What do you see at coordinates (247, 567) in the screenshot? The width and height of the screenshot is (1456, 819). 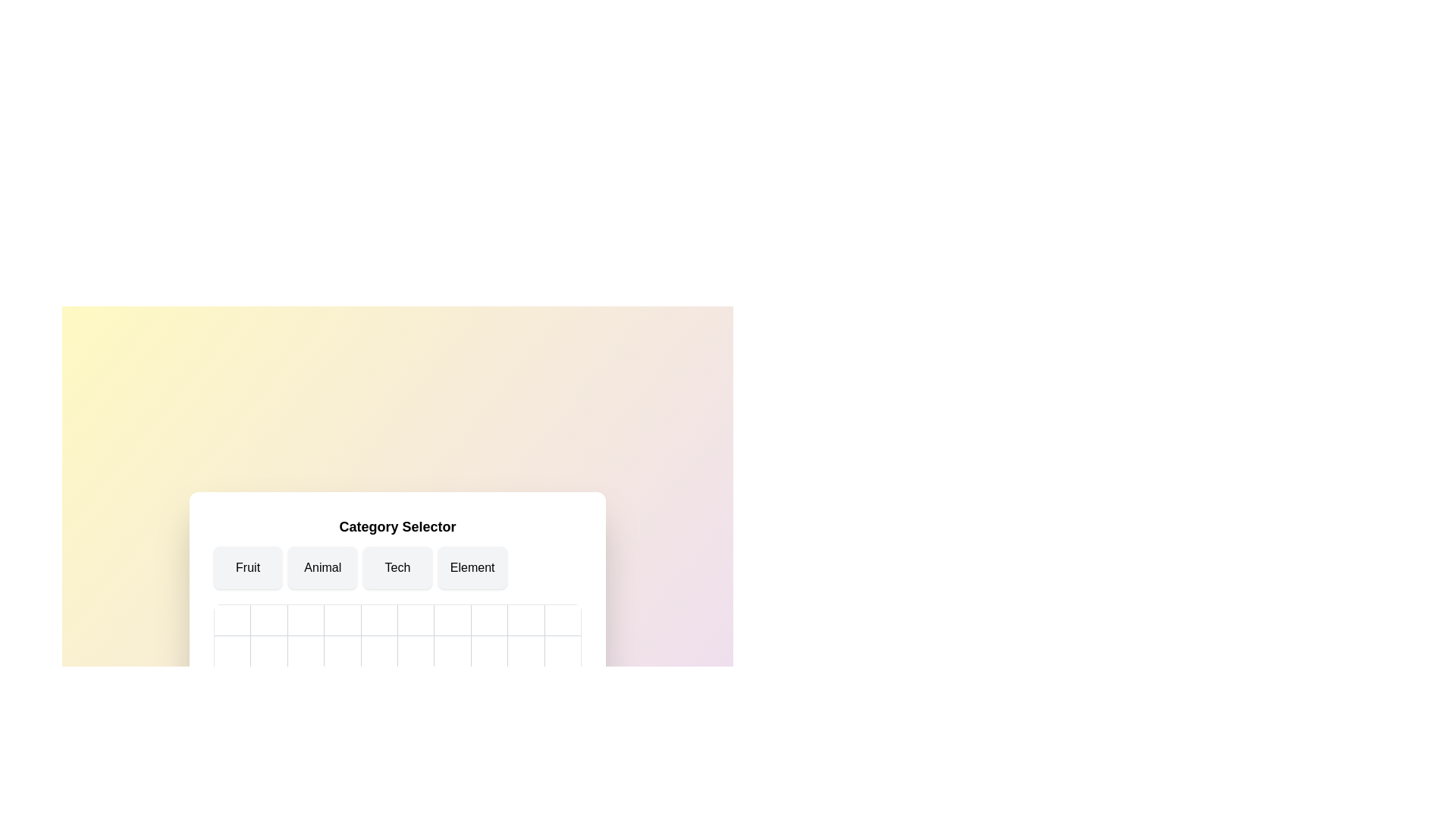 I see `the category Fruit to select it` at bounding box center [247, 567].